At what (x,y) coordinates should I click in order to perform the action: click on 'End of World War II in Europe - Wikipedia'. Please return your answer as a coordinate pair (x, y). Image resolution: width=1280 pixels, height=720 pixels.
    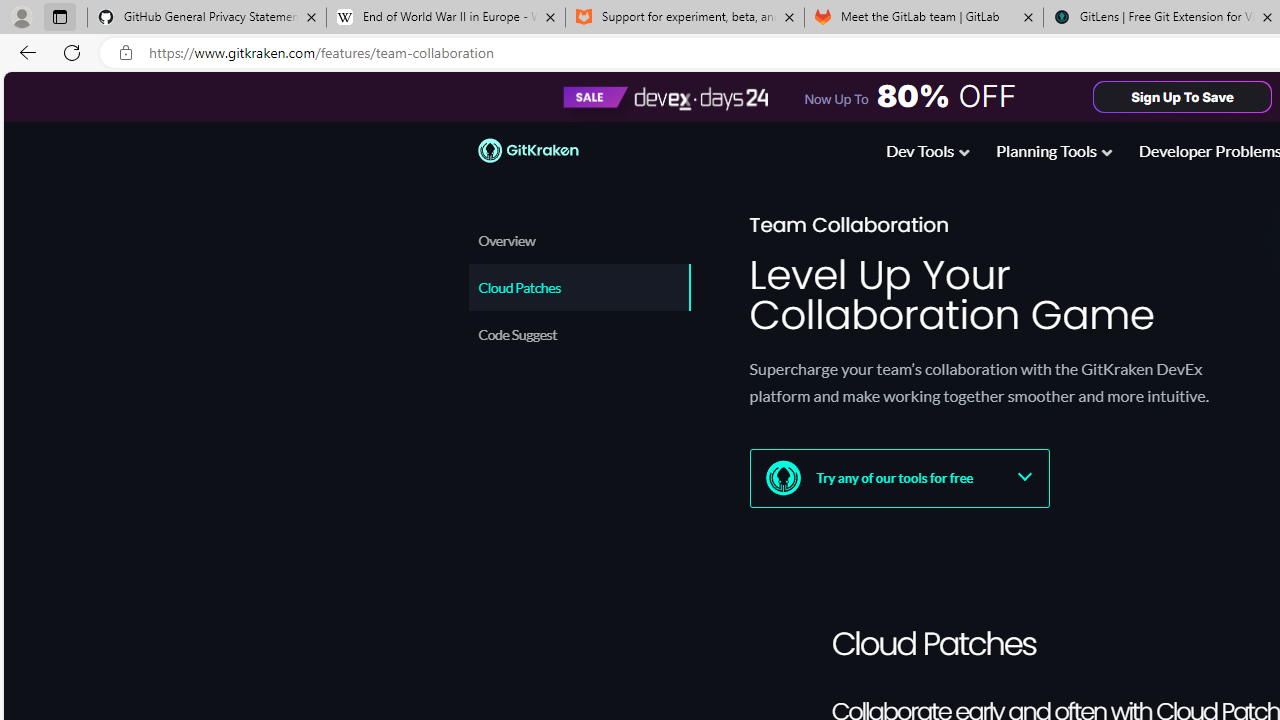
    Looking at the image, I should click on (444, 17).